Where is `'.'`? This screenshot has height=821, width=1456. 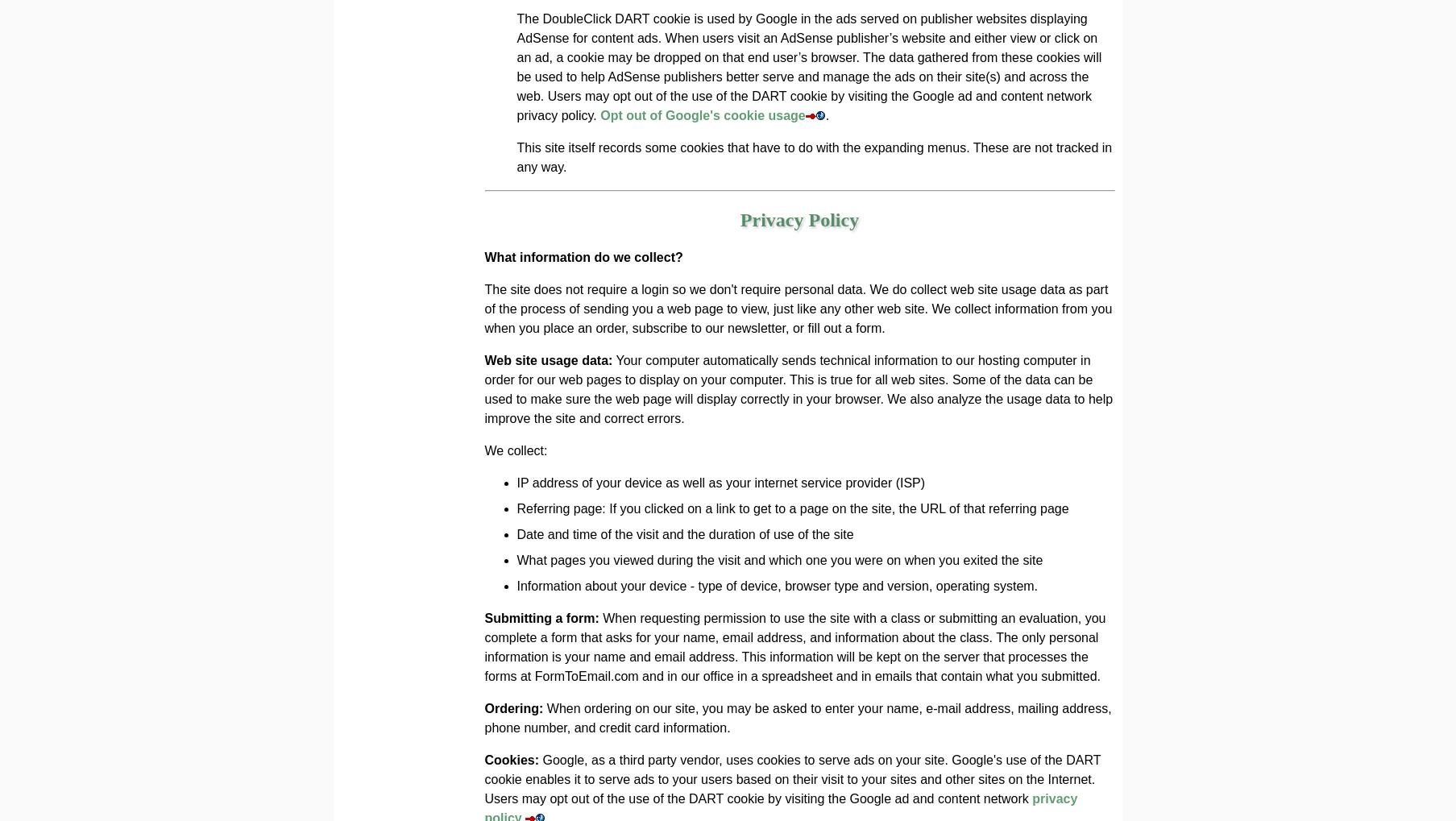
'.' is located at coordinates (827, 115).